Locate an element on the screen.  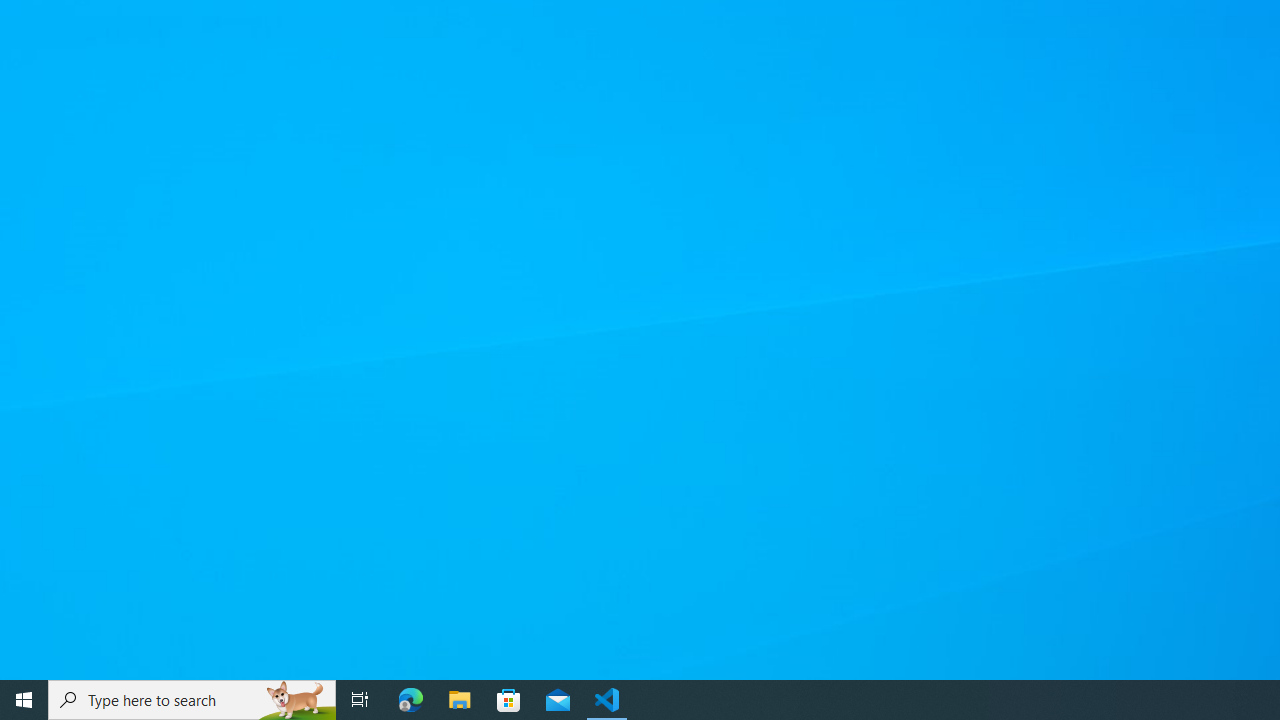
'Visual Studio Code - 1 running window' is located at coordinates (606, 698).